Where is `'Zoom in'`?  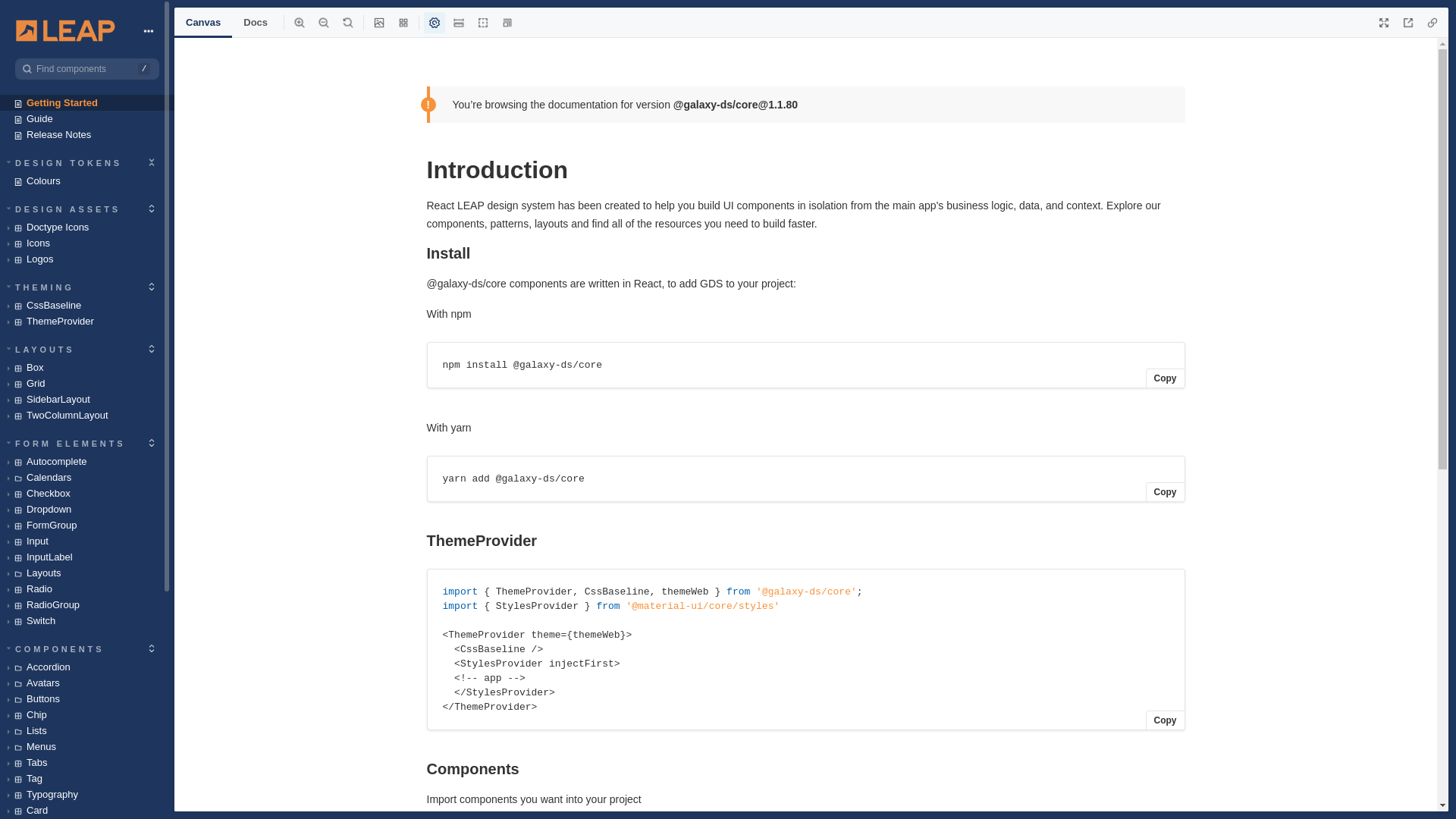 'Zoom in' is located at coordinates (299, 23).